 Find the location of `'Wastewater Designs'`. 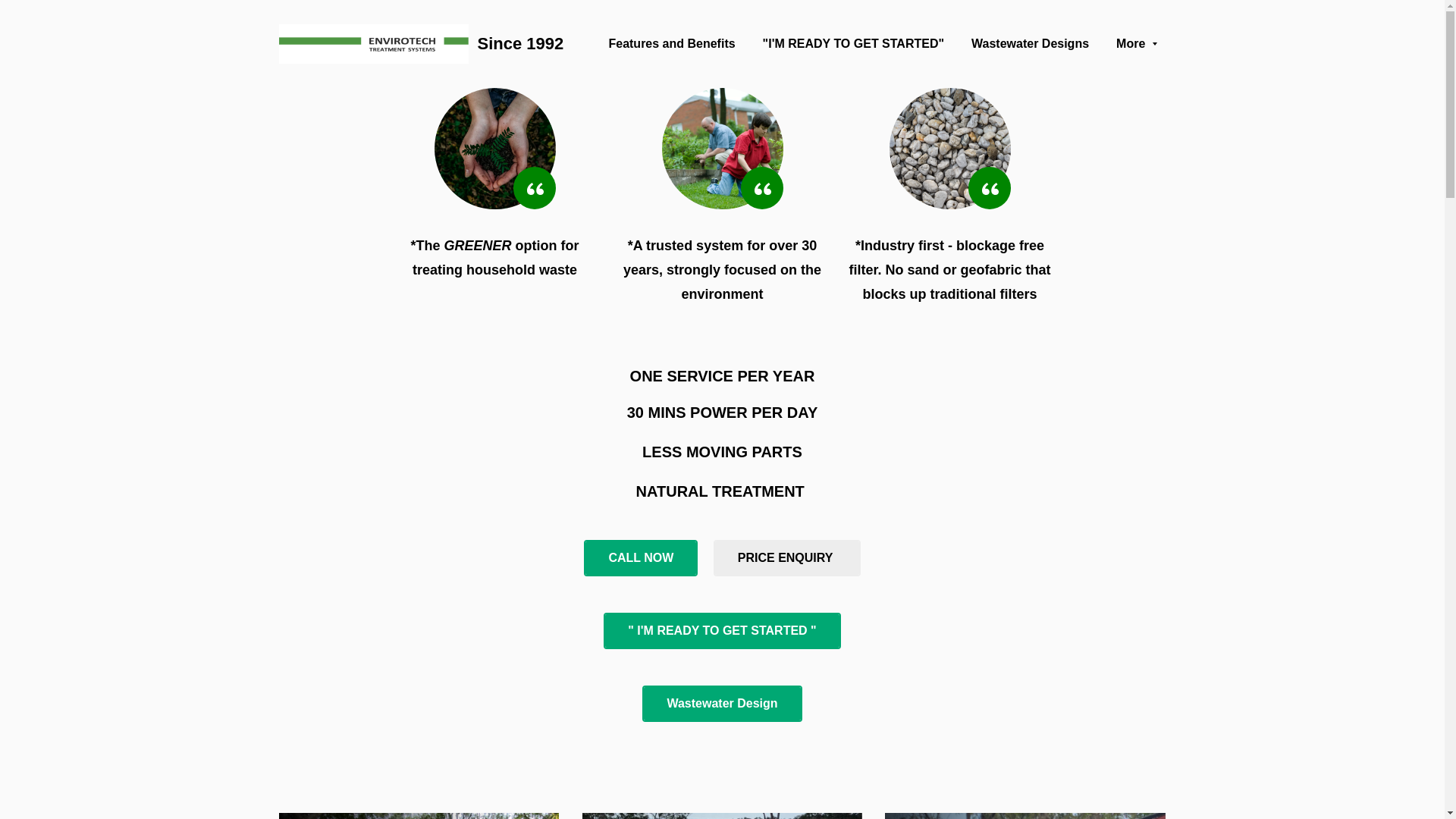

'Wastewater Designs' is located at coordinates (971, 42).